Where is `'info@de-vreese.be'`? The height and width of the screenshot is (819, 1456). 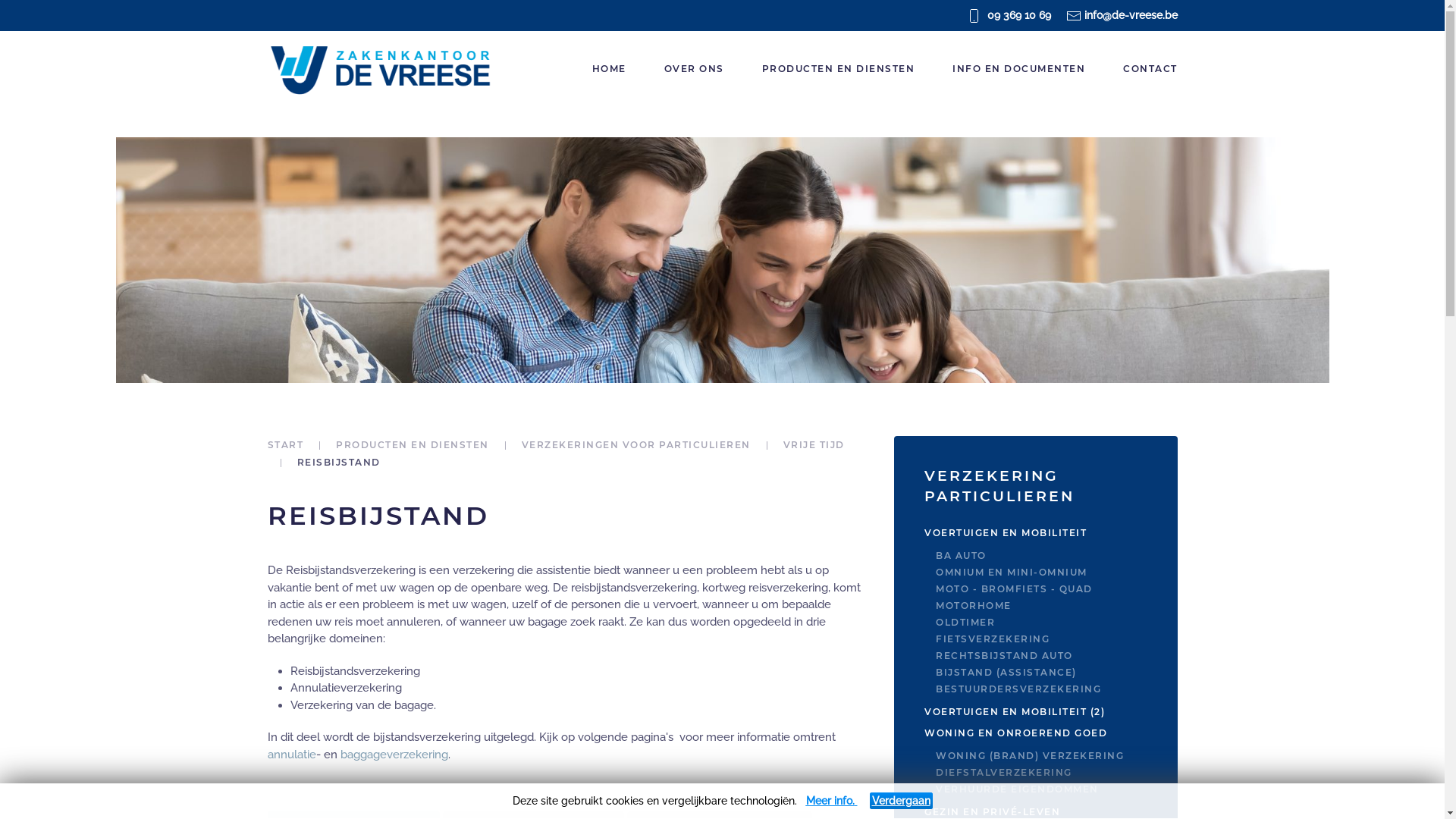
'info@de-vreese.be' is located at coordinates (1131, 14).